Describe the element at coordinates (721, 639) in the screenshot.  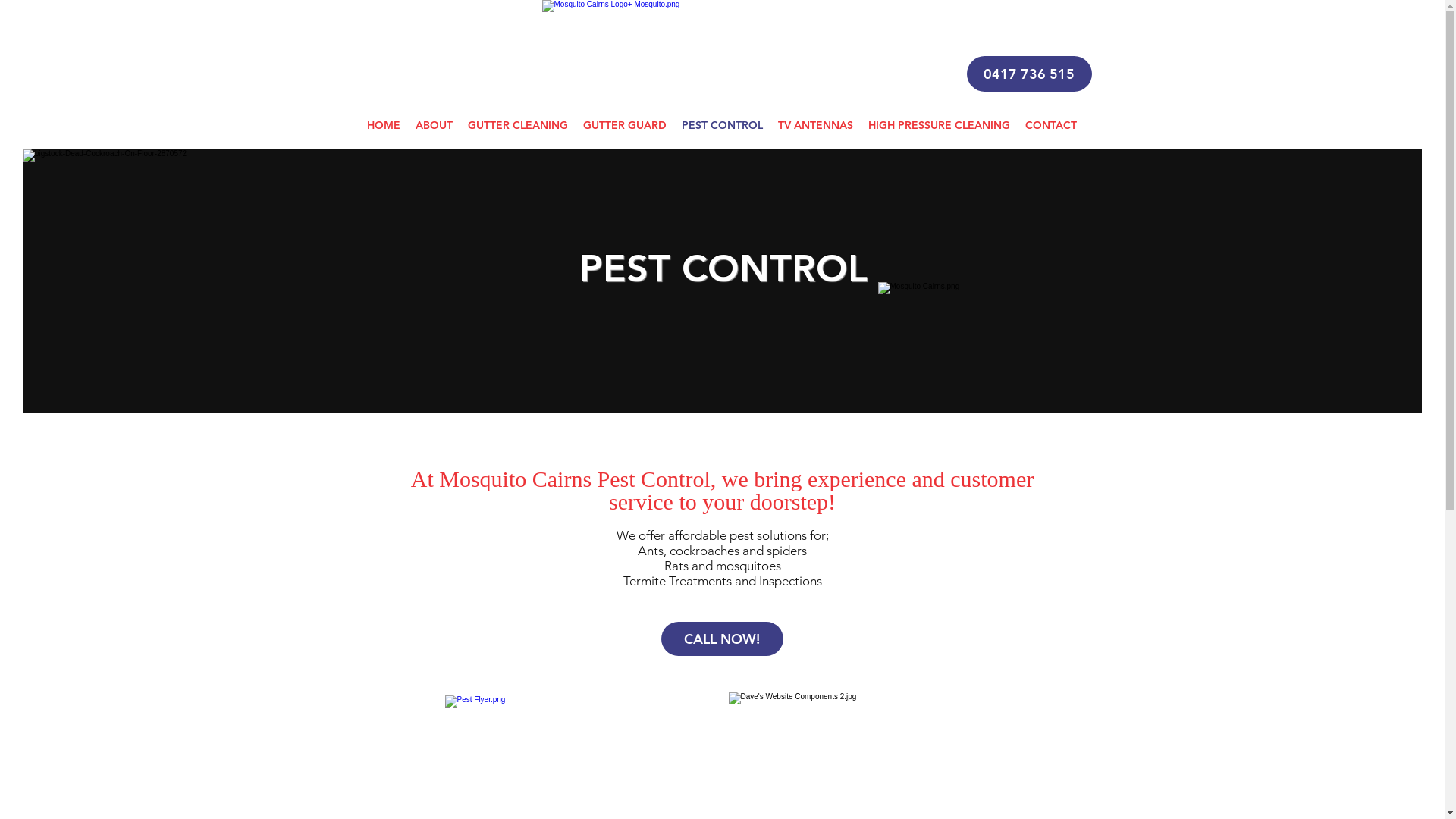
I see `'CALL NOW!'` at that location.